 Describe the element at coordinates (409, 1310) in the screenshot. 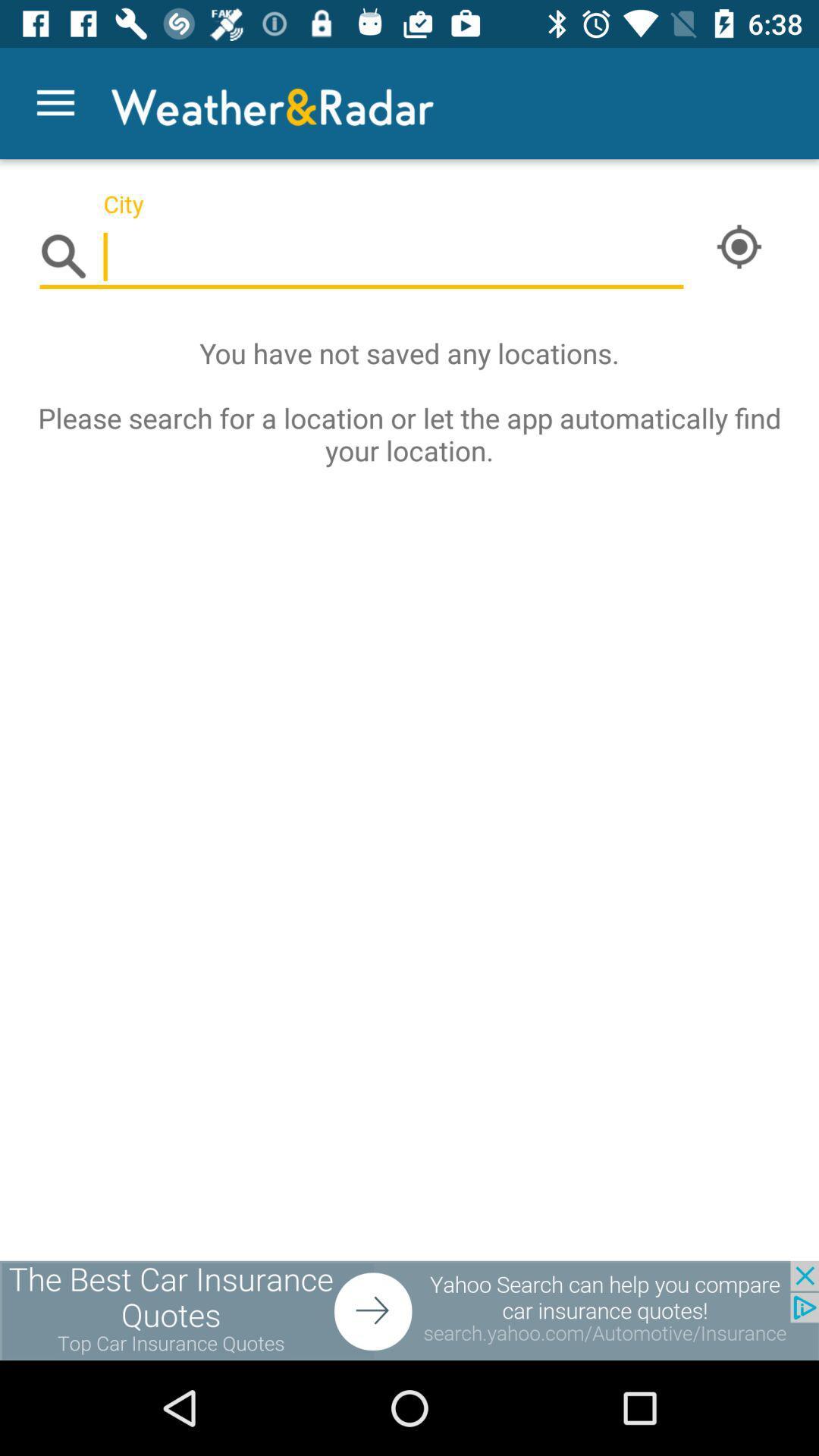

I see `open advertisement` at that location.